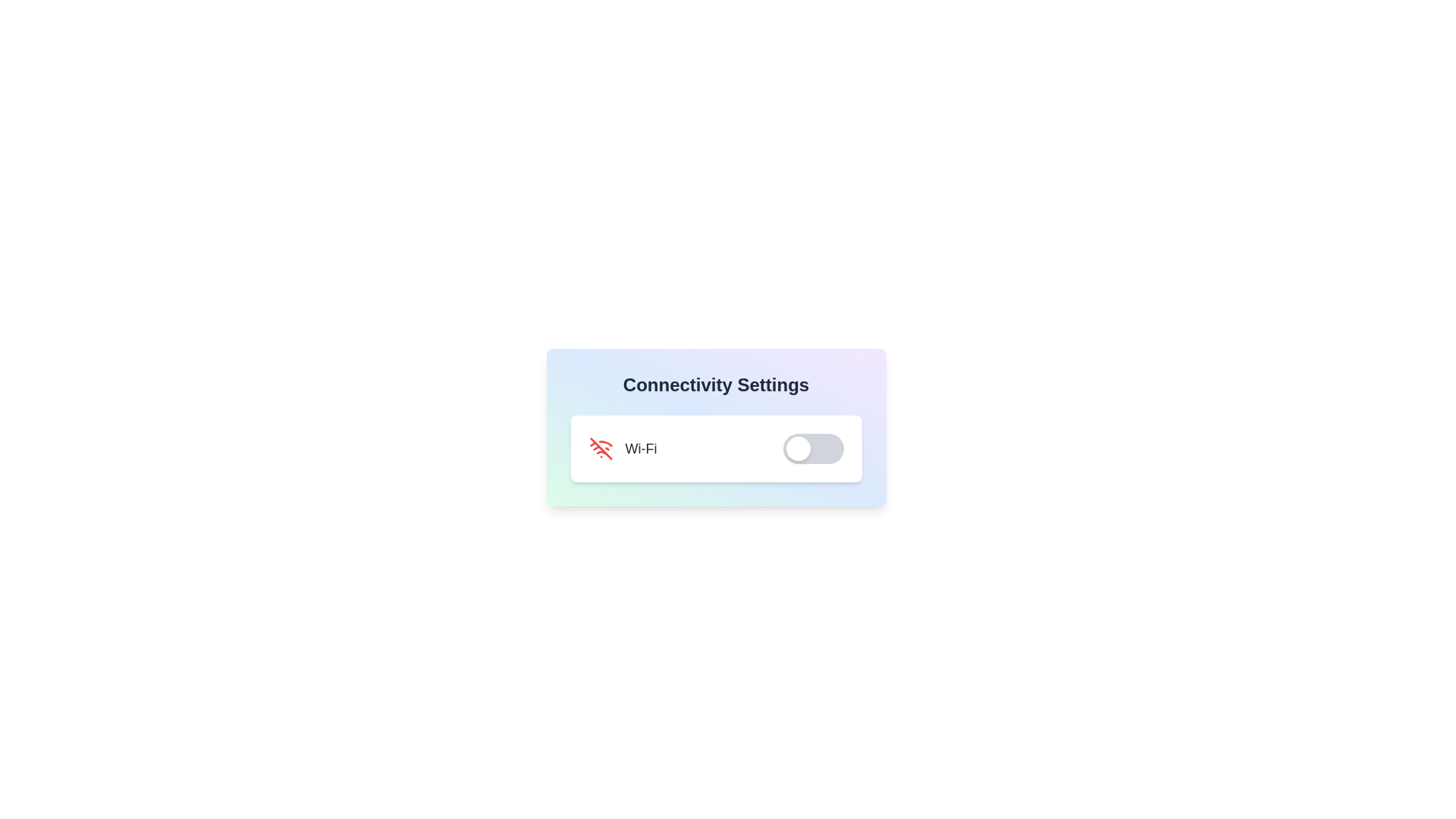 The height and width of the screenshot is (819, 1456). Describe the element at coordinates (623, 447) in the screenshot. I see `the Wi-Fi status label indicating that Wi-Fi is currently off, which is located in the white rounded rectangular card under 'Connectivity Settings'` at that location.